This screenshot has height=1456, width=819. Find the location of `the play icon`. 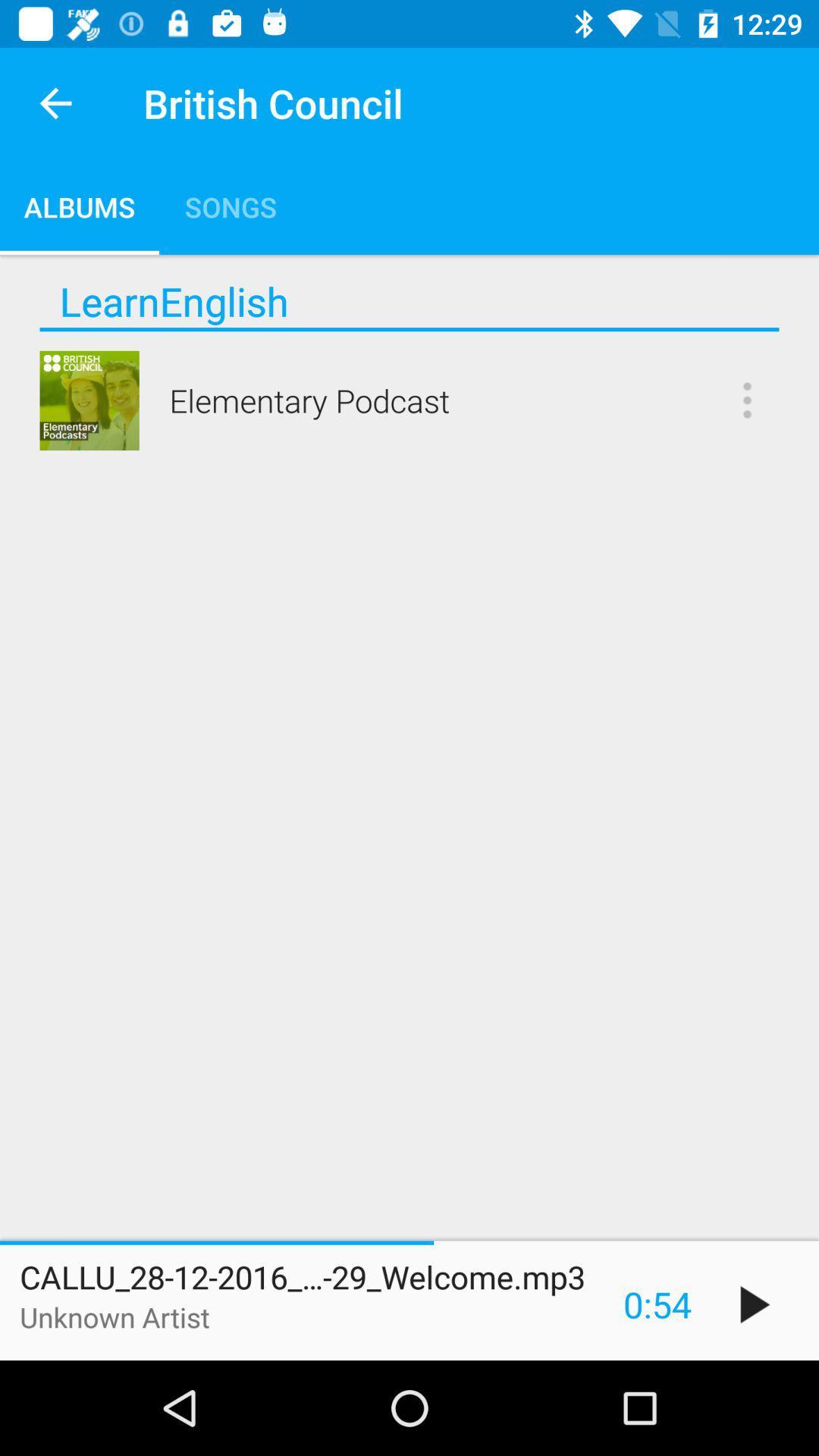

the play icon is located at coordinates (755, 1304).